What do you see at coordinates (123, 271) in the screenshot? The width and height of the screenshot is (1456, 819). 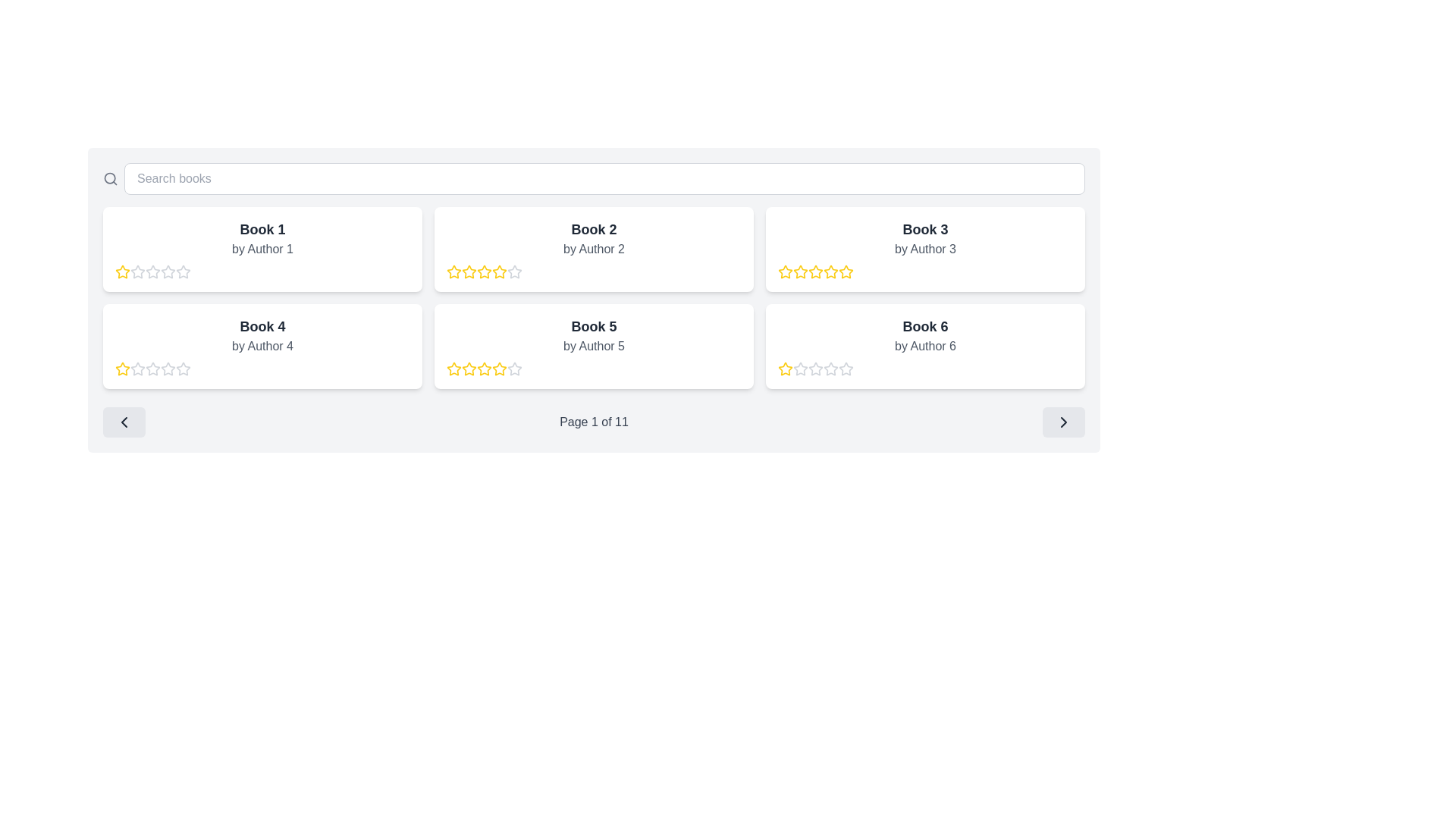 I see `the first star icon with a yellow outline and a white interior to rate 'Book 1.'` at bounding box center [123, 271].